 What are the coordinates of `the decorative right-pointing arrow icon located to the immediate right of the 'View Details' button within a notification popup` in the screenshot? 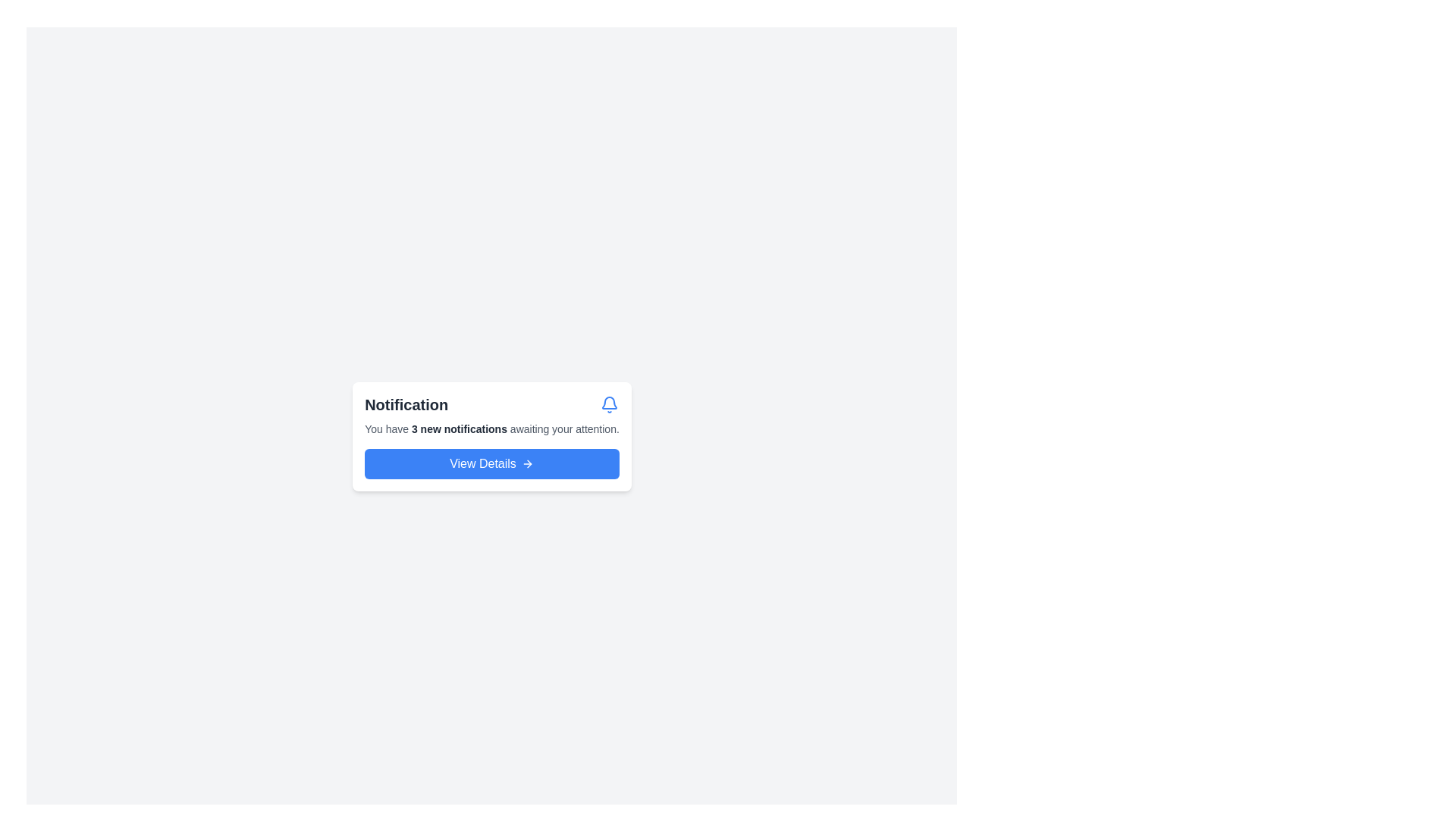 It's located at (529, 463).